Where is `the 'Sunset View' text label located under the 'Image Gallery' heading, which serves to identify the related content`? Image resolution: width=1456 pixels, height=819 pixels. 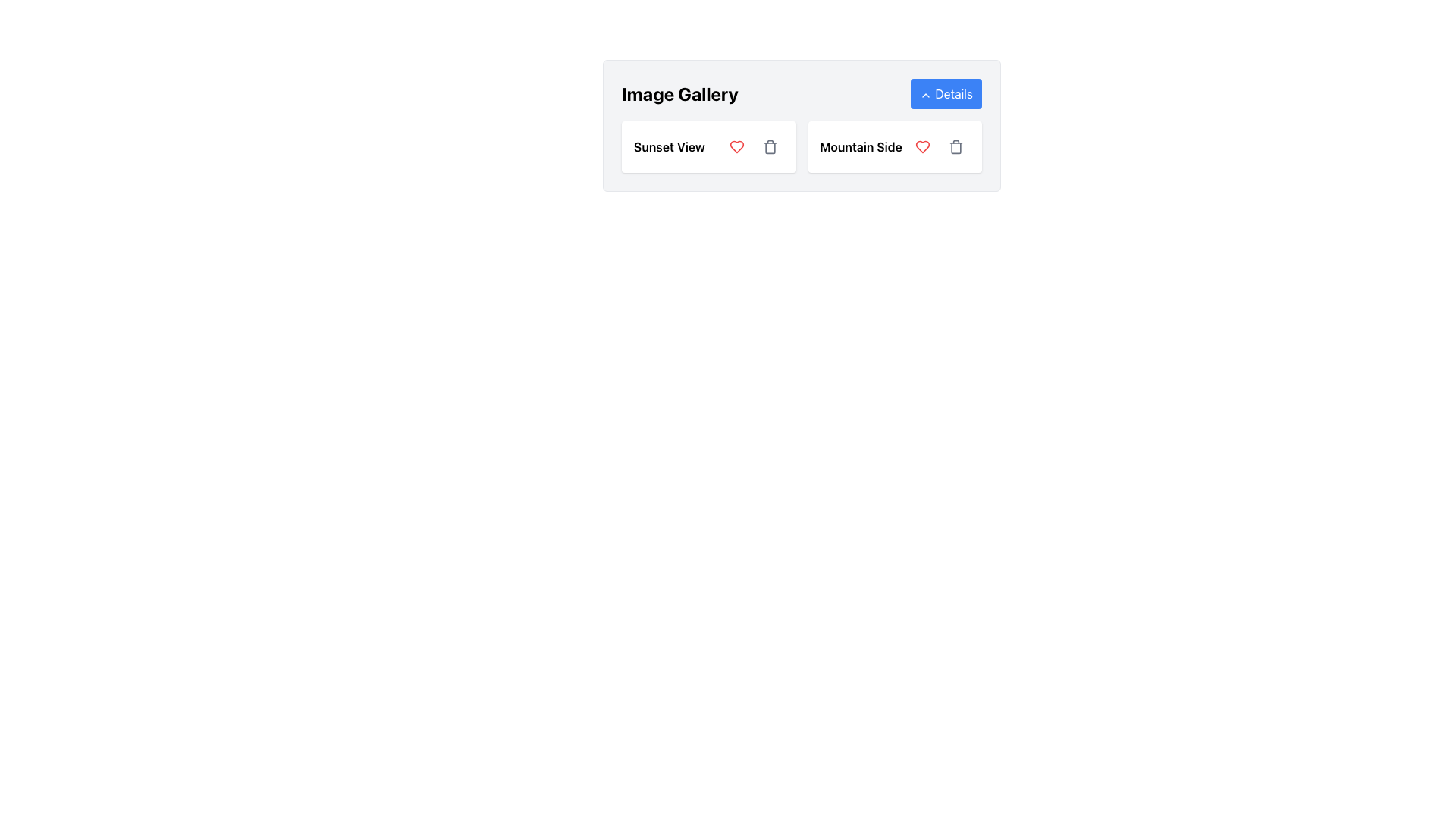
the 'Sunset View' text label located under the 'Image Gallery' heading, which serves to identify the related content is located at coordinates (669, 146).